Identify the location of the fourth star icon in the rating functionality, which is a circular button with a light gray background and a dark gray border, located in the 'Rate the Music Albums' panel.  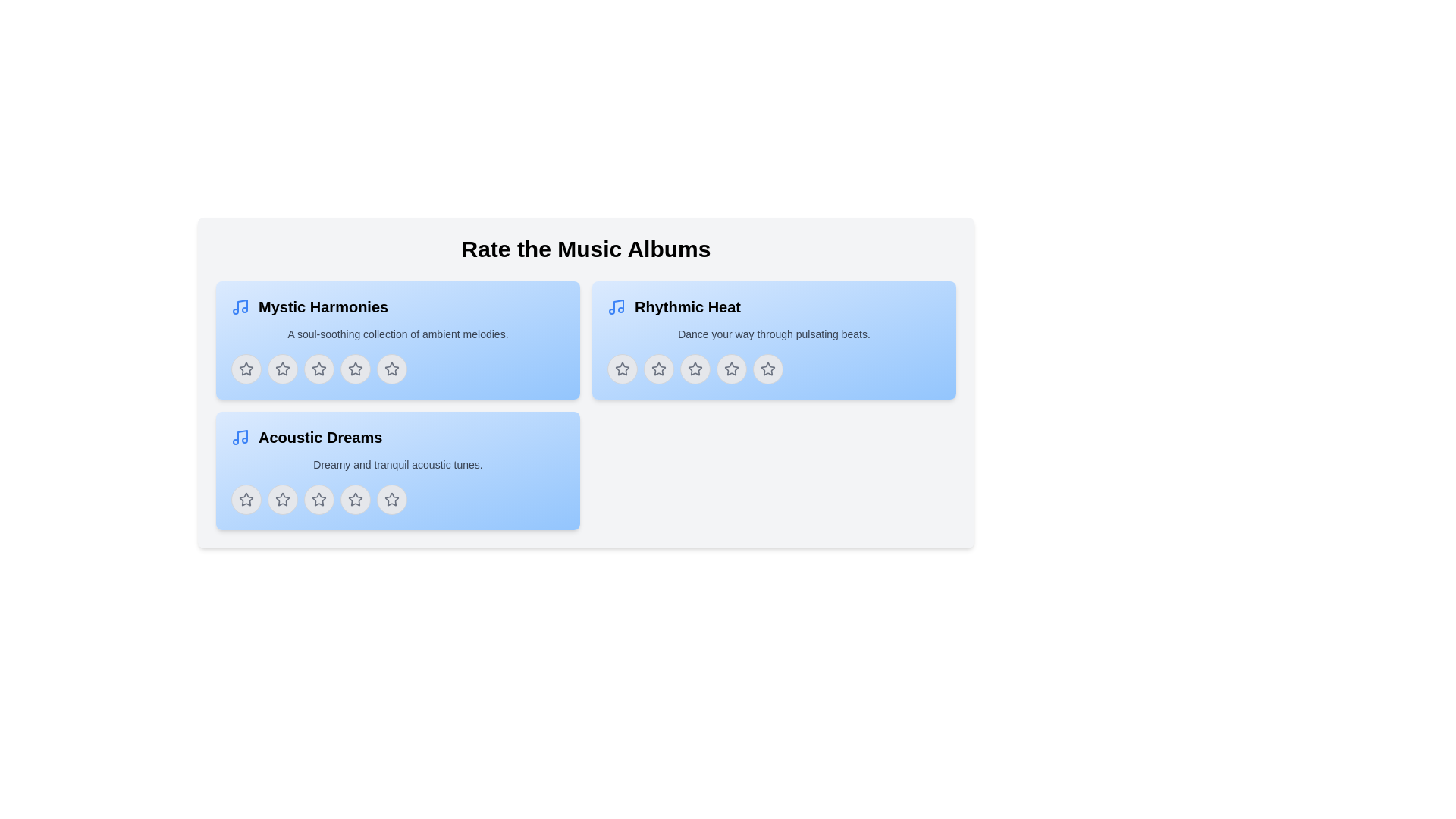
(767, 369).